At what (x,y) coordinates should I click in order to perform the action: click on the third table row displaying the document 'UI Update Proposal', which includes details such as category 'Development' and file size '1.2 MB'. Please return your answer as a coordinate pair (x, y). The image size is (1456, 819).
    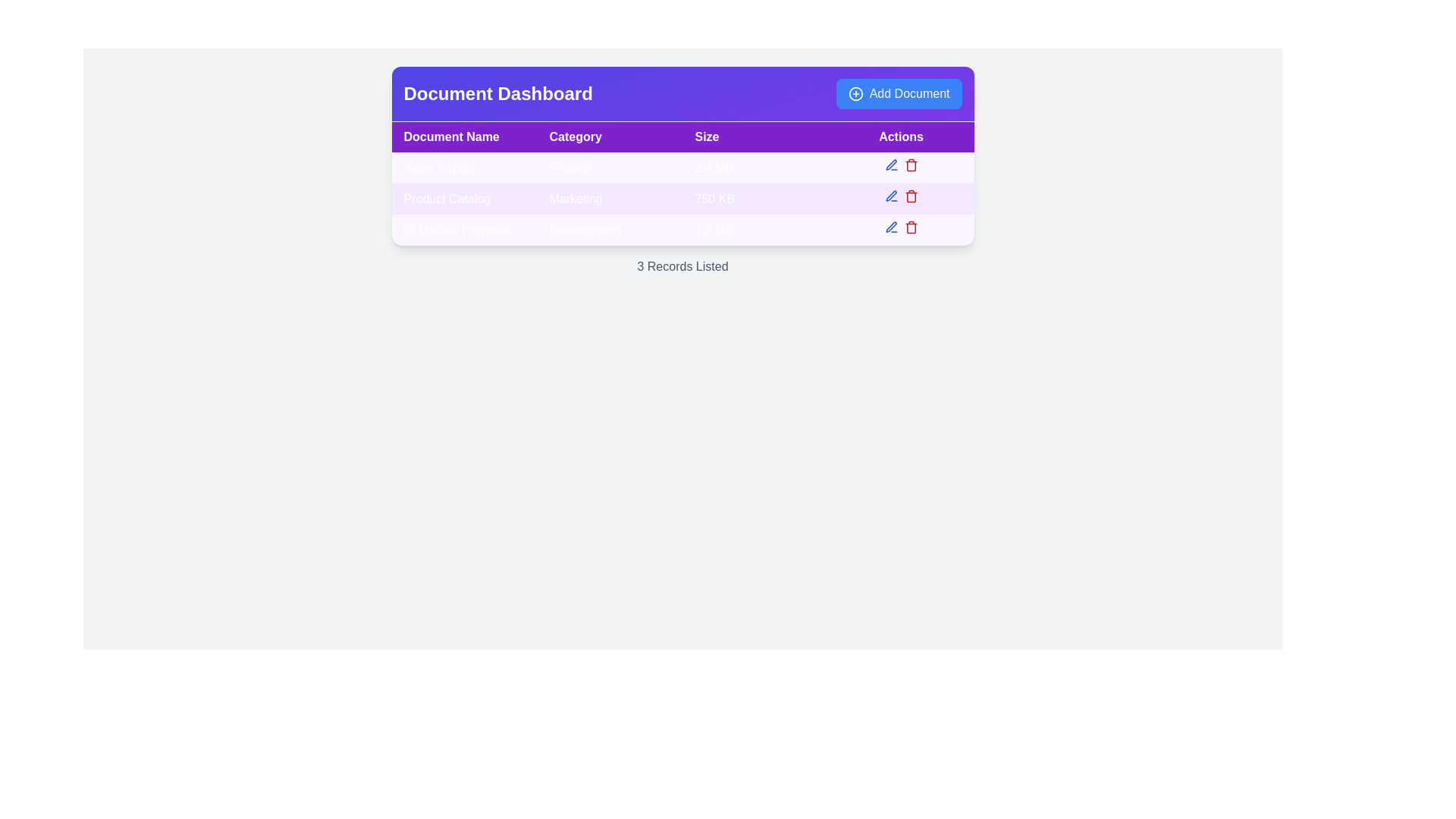
    Looking at the image, I should click on (682, 230).